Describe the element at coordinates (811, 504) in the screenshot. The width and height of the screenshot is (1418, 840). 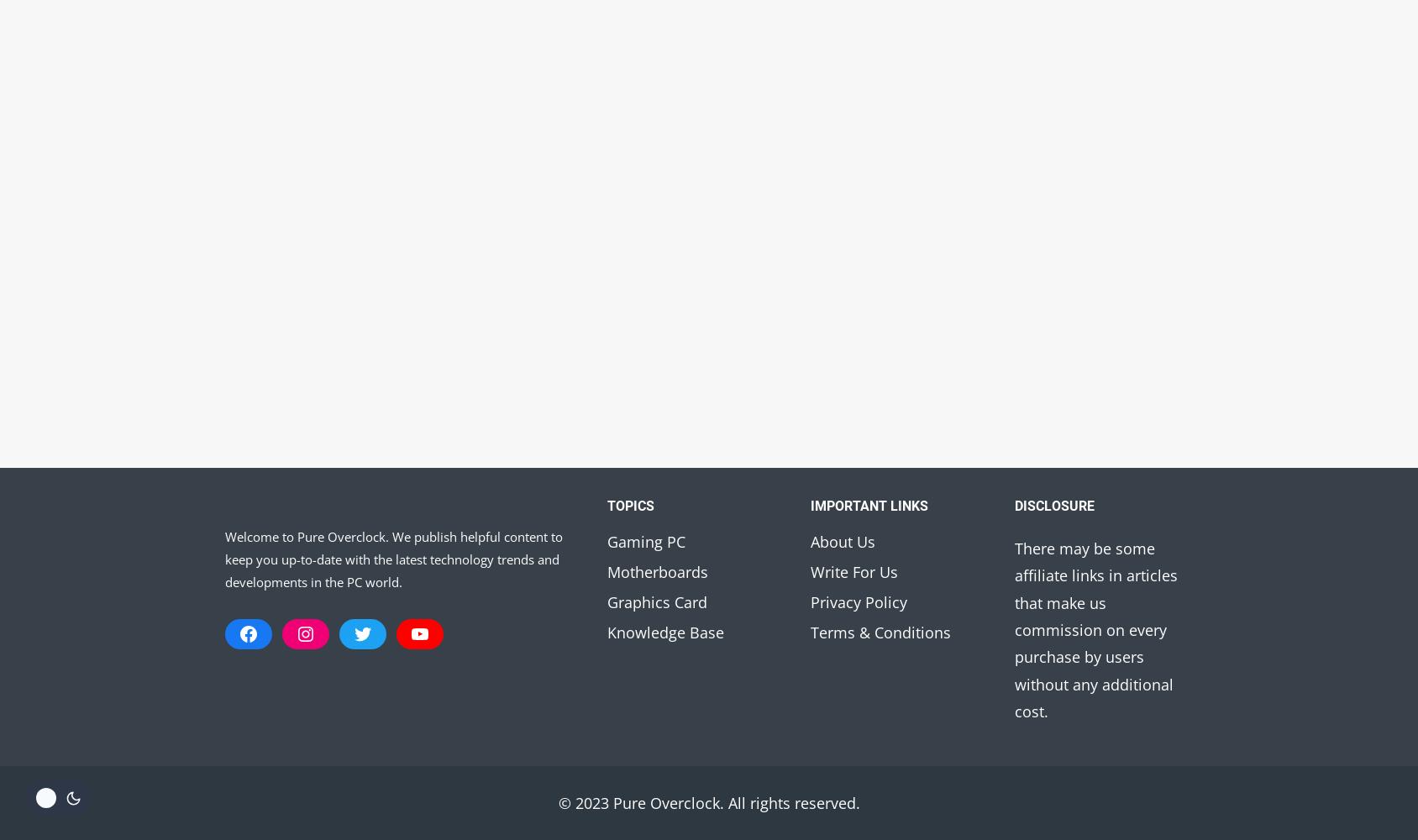
I see `'Important Links'` at that location.